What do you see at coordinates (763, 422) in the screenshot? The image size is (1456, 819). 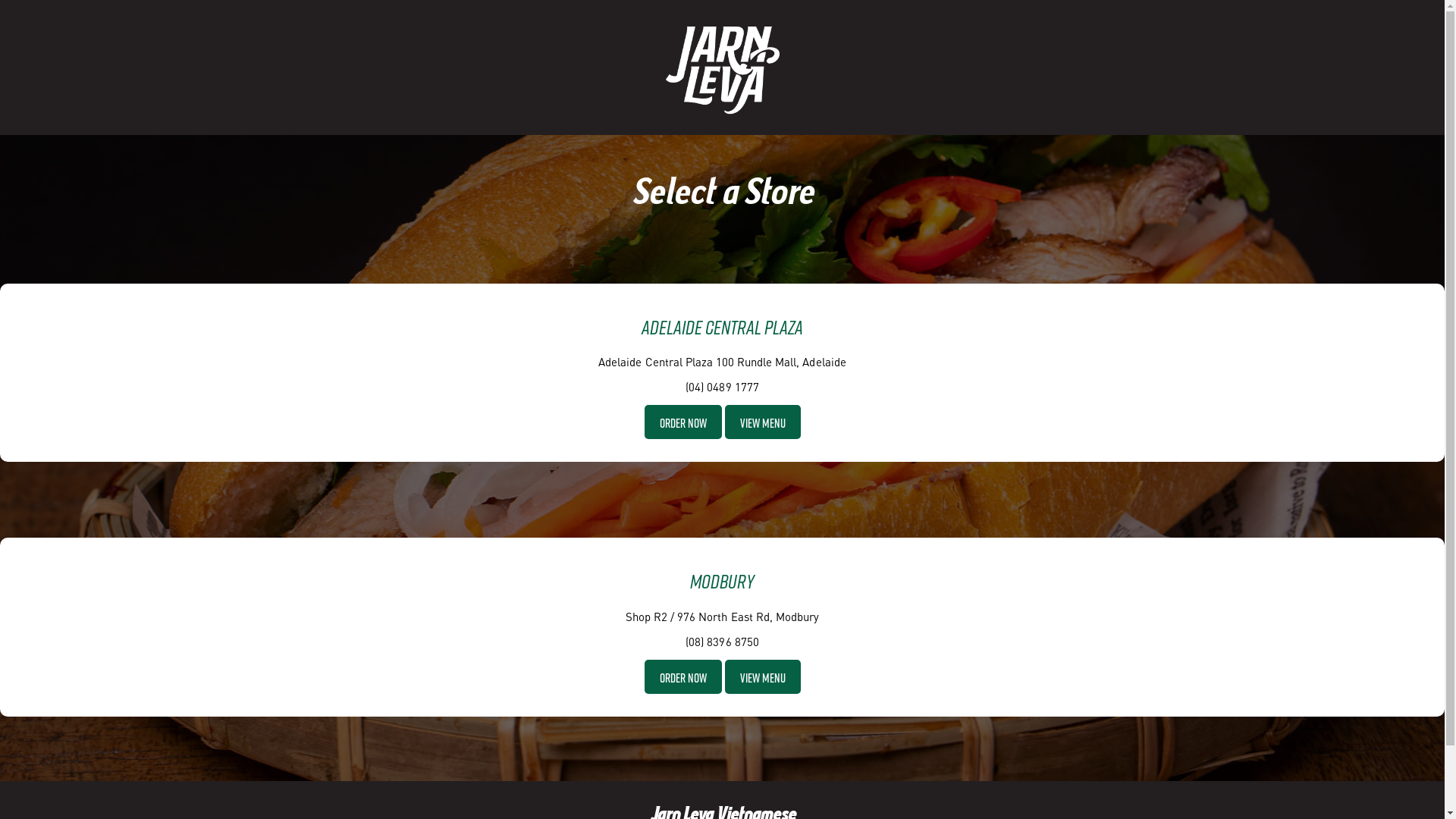 I see `'VIEW MENU'` at bounding box center [763, 422].